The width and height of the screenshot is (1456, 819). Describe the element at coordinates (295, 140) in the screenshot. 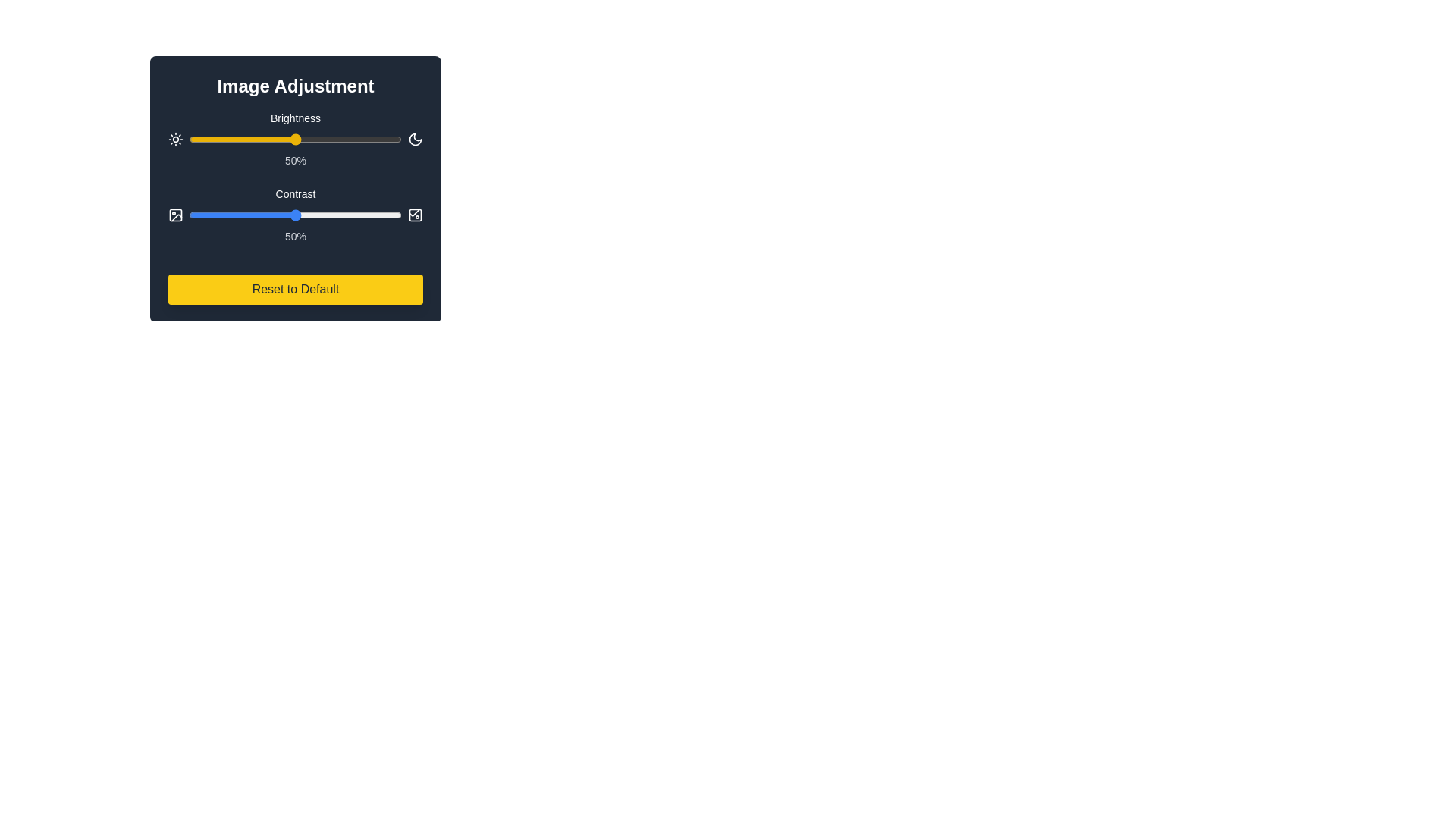

I see `the horizontal brightness slider located below the 'Brightness' label and above the '50%' text in the 'Image Adjustment' panel` at that location.